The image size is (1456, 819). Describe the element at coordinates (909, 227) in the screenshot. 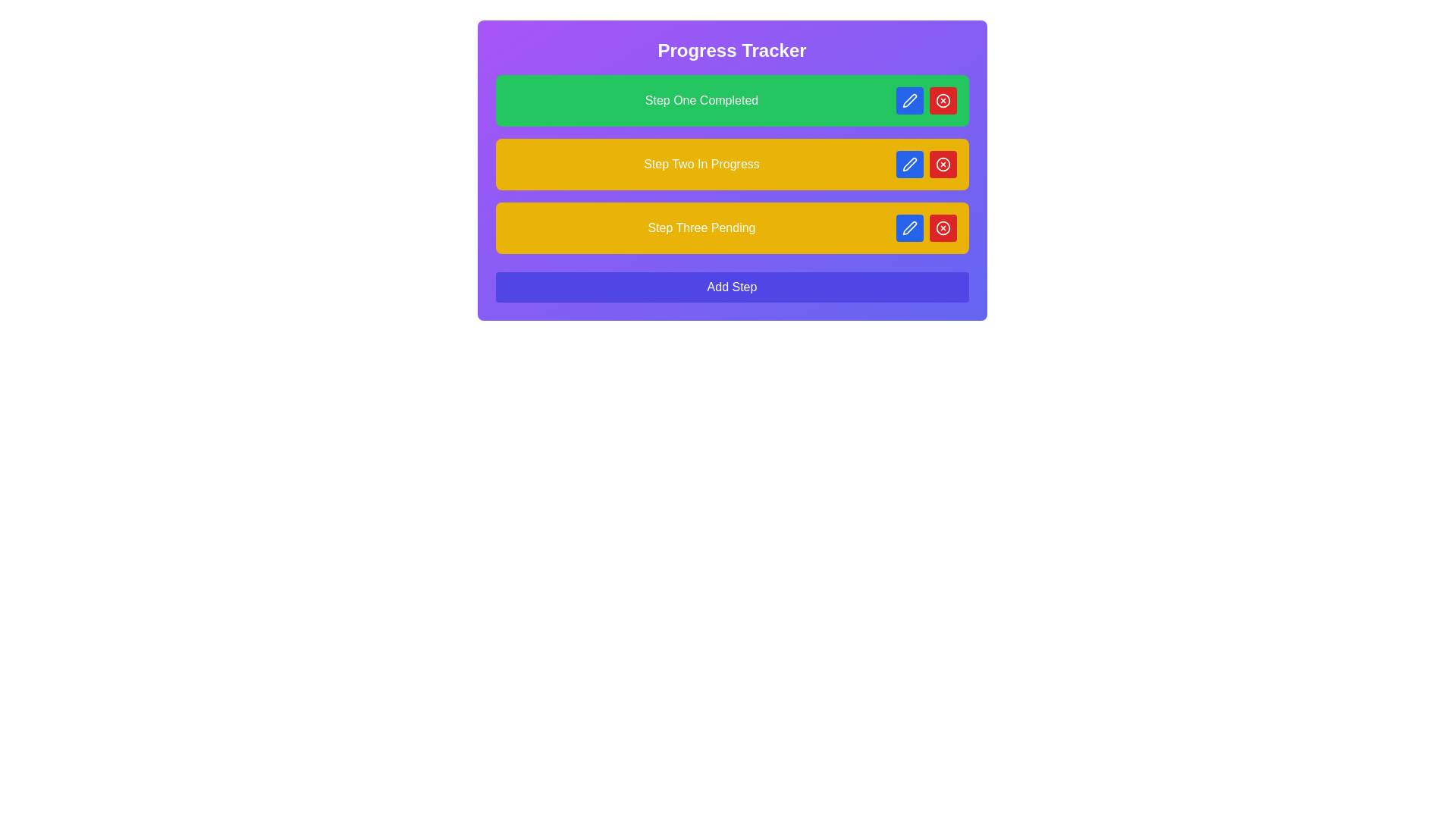

I see `the blue pen-shaped icon within the blue circular button located to the left of the red circular button in the 'Step Three Pending' row` at that location.